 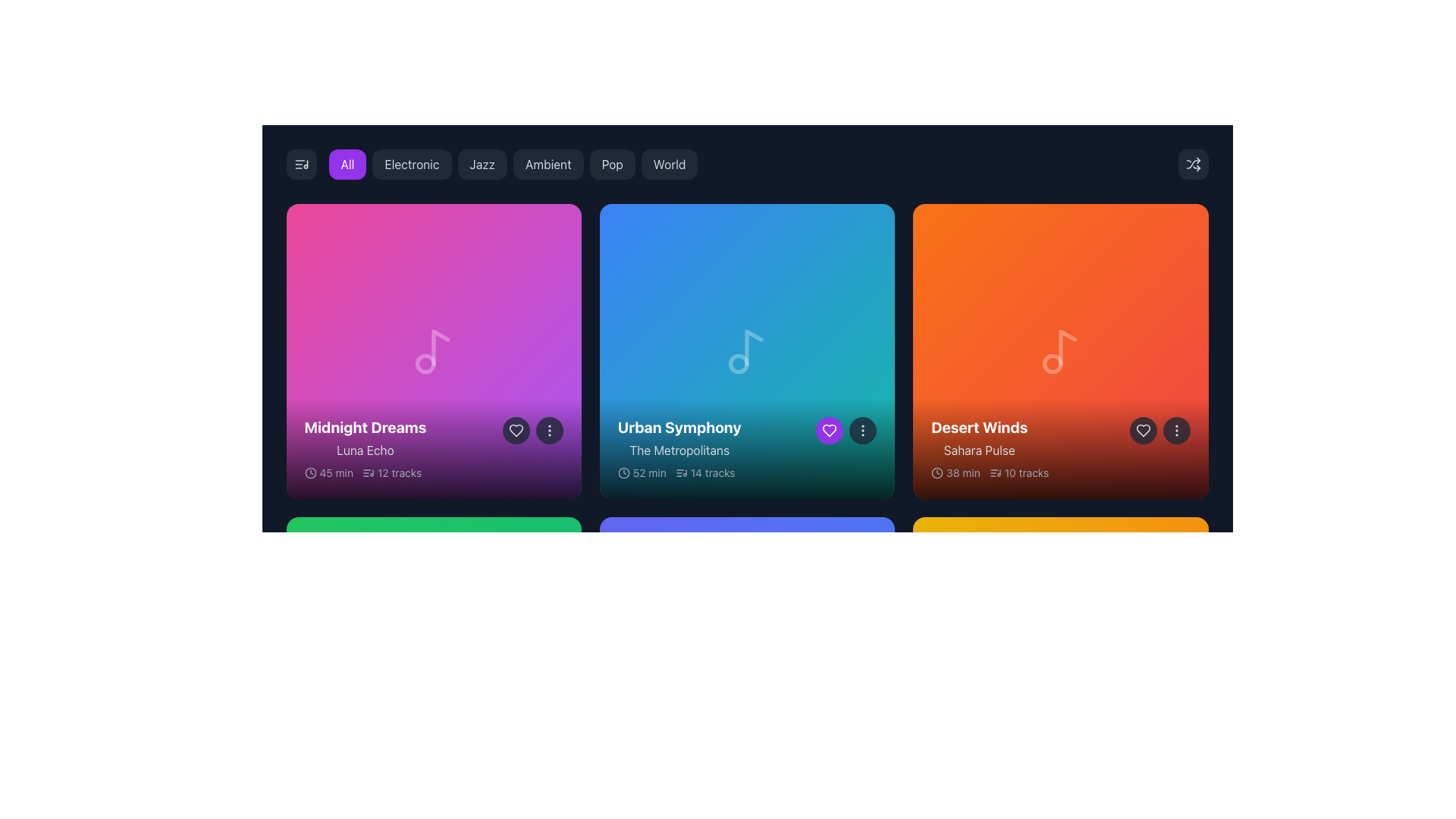 What do you see at coordinates (1019, 472) in the screenshot?
I see `number of tracks indicated by the informational text '10 tracks' located in the bottom-right section of the orange card titled 'Desert Winds'` at bounding box center [1019, 472].